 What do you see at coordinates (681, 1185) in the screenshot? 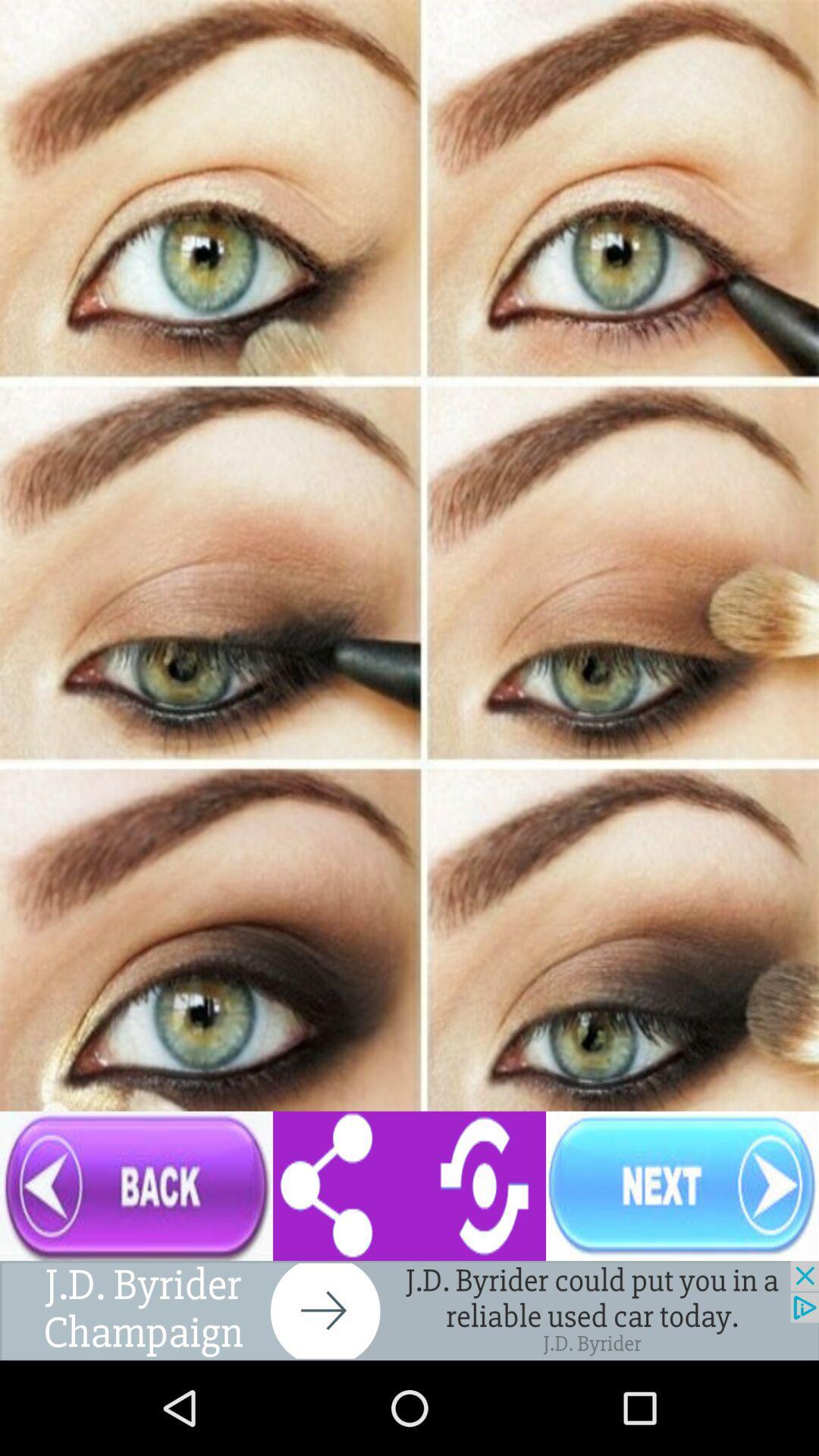
I see `next` at bounding box center [681, 1185].